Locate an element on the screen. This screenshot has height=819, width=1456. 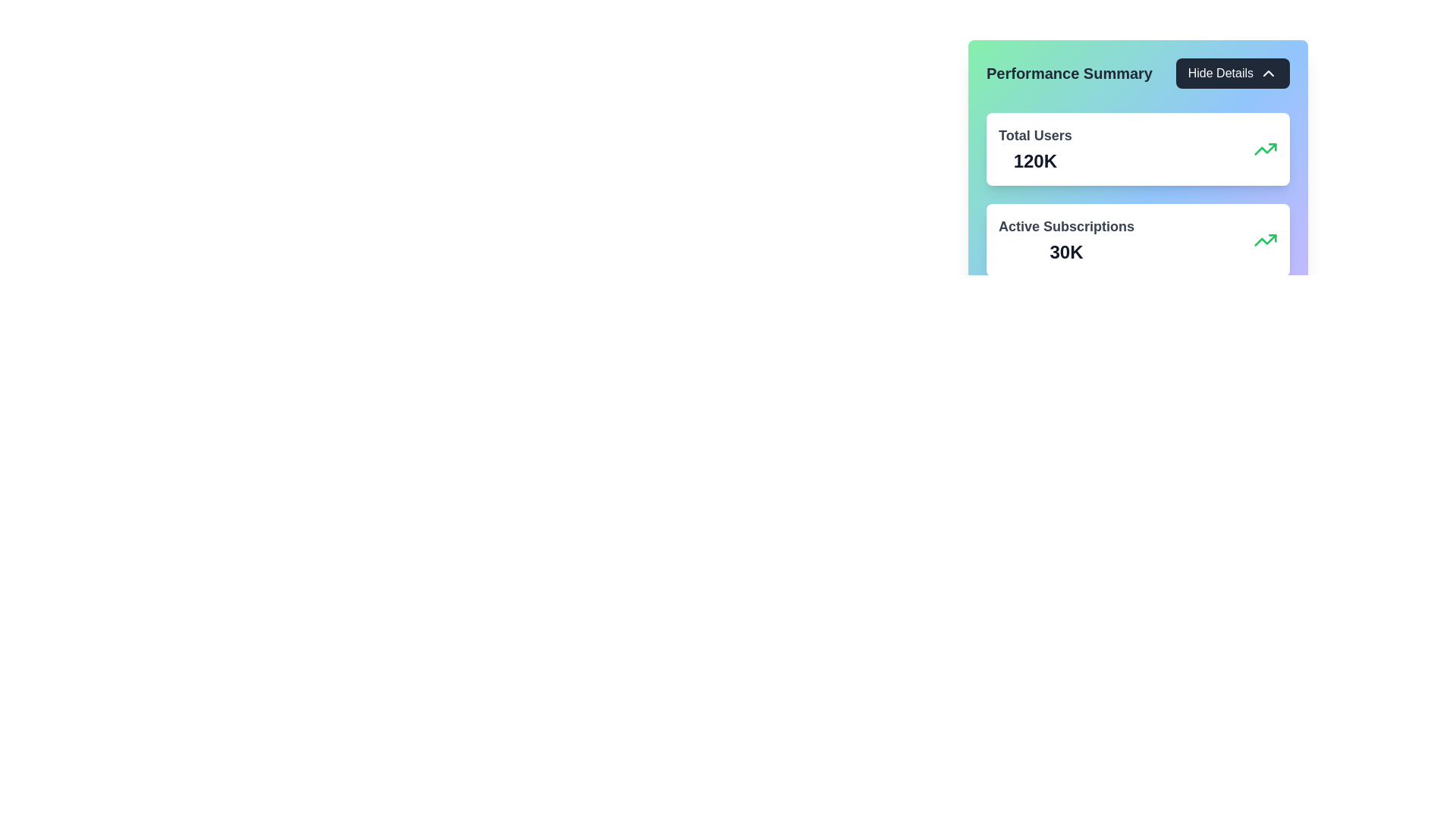
displayed information from the 'Active Subscriptions' informational panel, which shows a value of 30K and is located in the 'Performance Summary' card is located at coordinates (1138, 213).